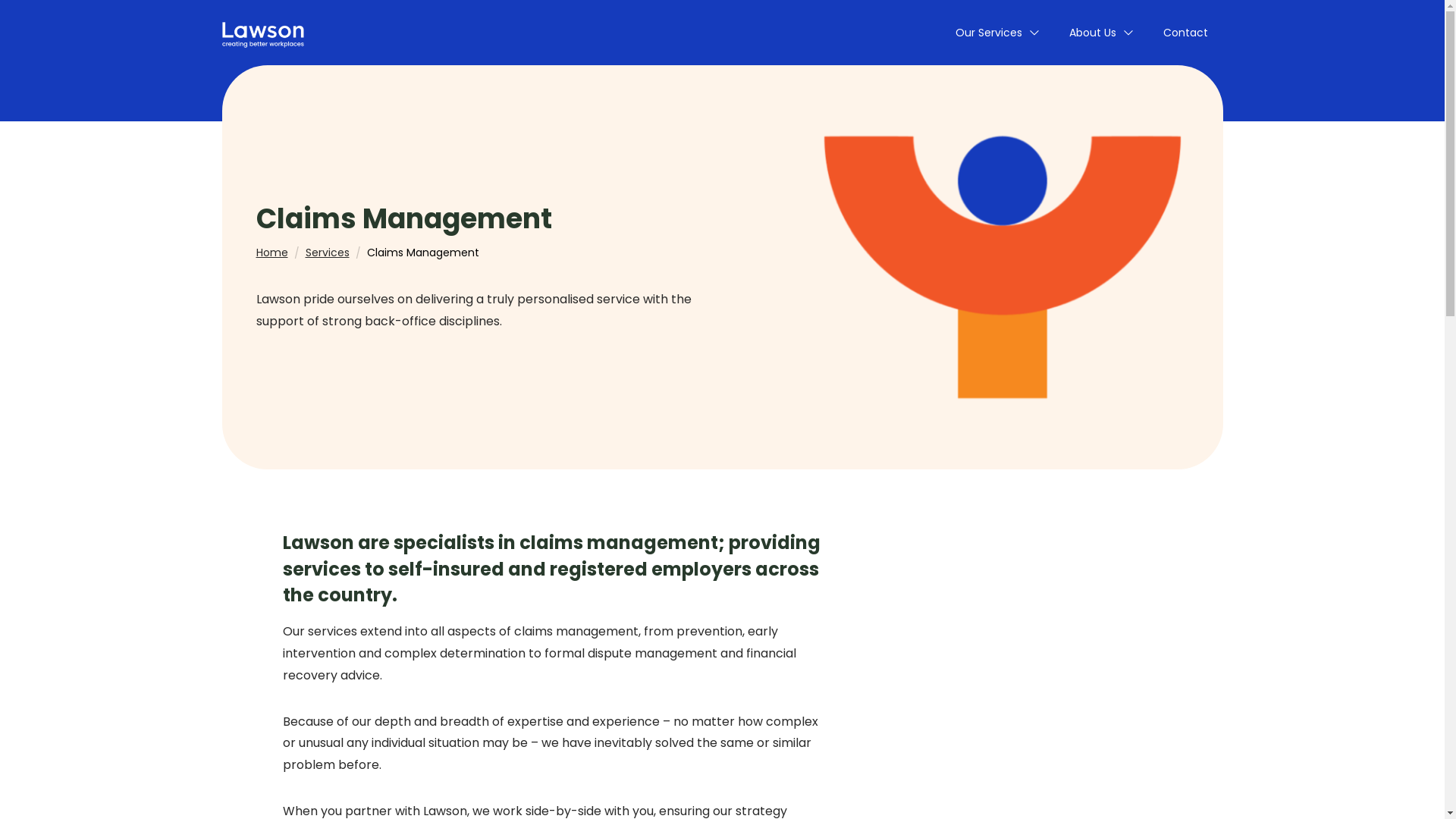 This screenshot has height=819, width=1456. What do you see at coordinates (272, 251) in the screenshot?
I see `'Home'` at bounding box center [272, 251].